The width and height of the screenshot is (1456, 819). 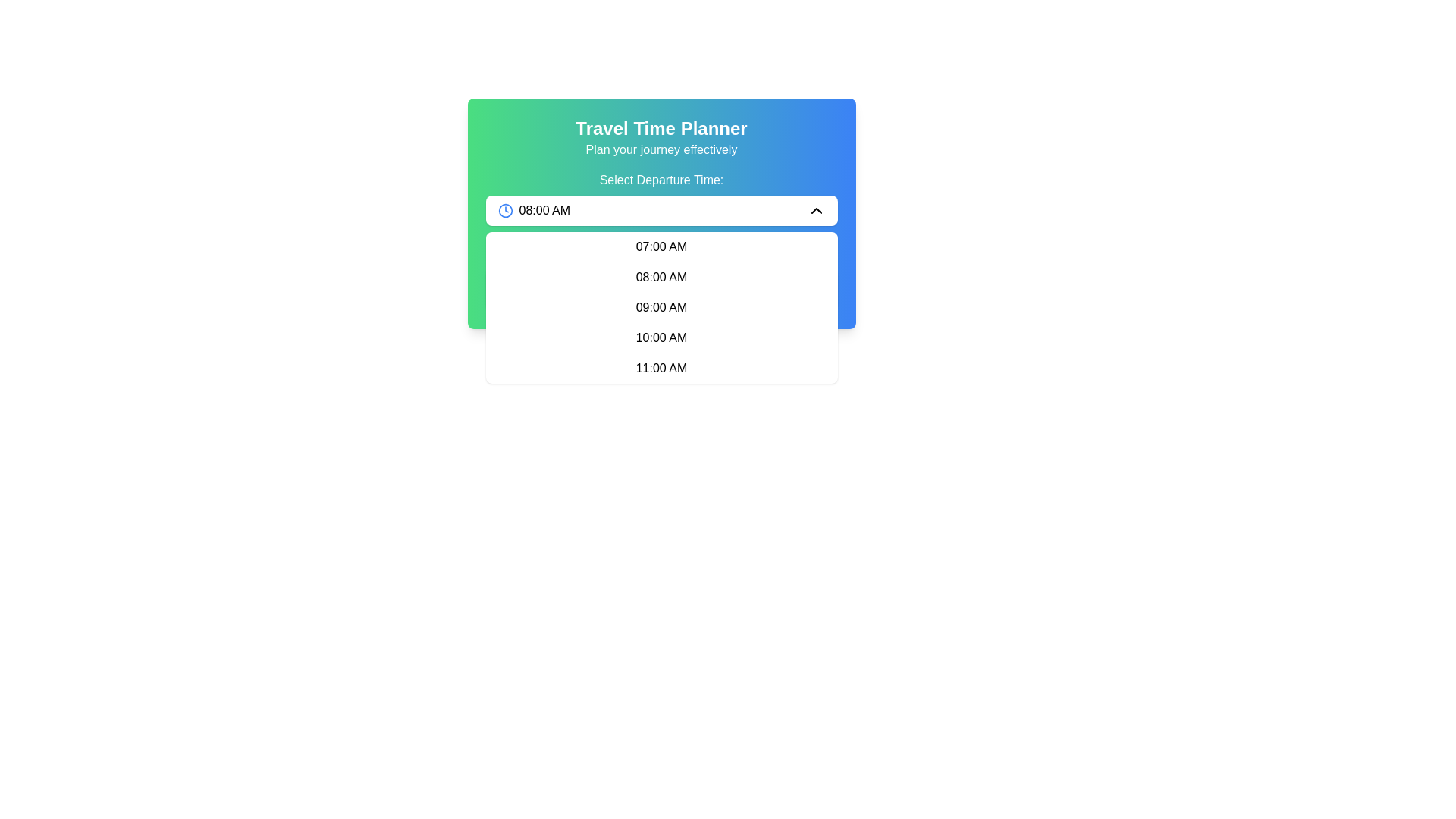 I want to click on the graphic circle element that represents the outer frame of the clock icon, located to the left of the '08:00 AM' text, so click(x=505, y=210).